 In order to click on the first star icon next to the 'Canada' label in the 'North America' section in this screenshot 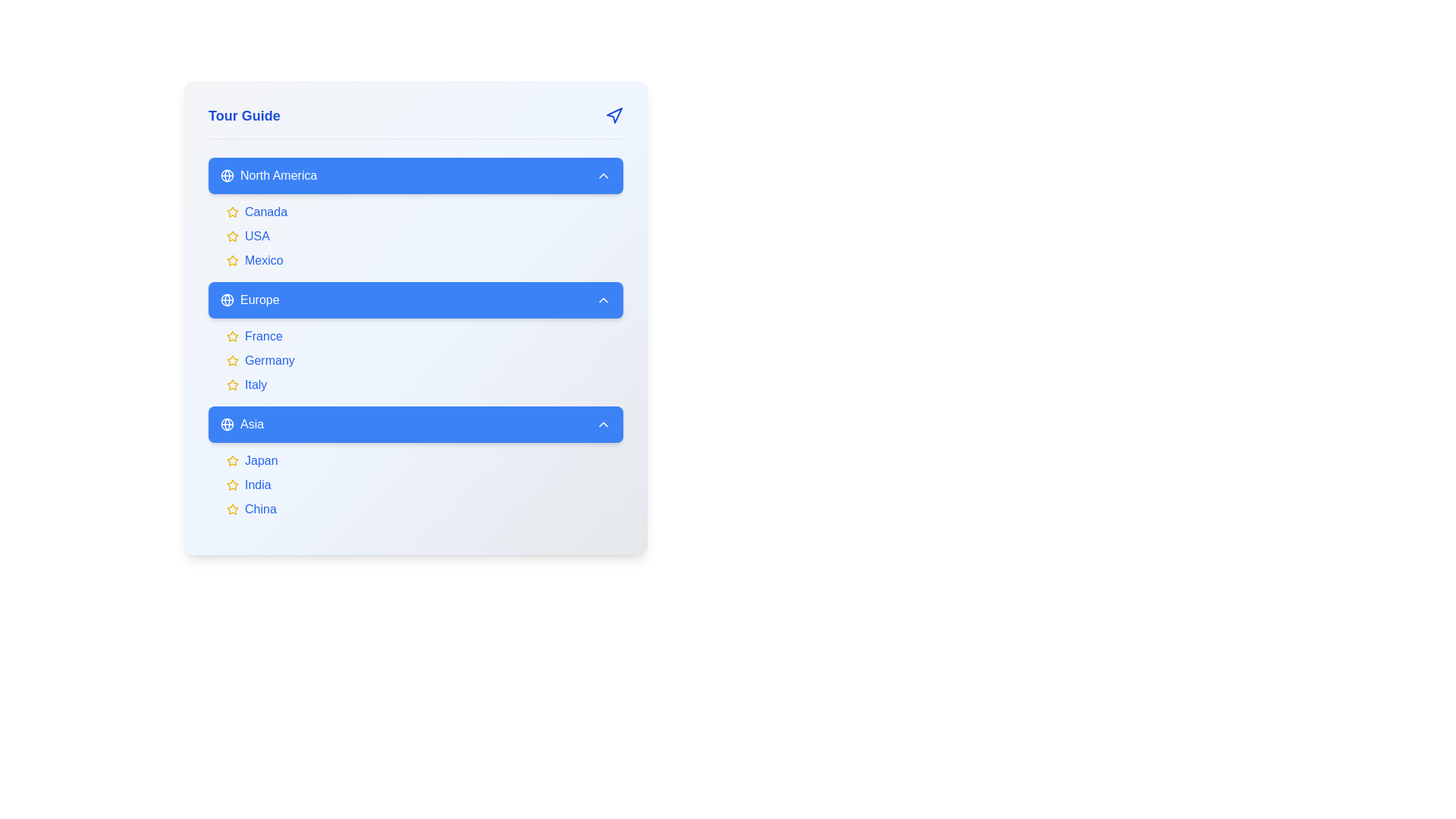, I will do `click(232, 212)`.